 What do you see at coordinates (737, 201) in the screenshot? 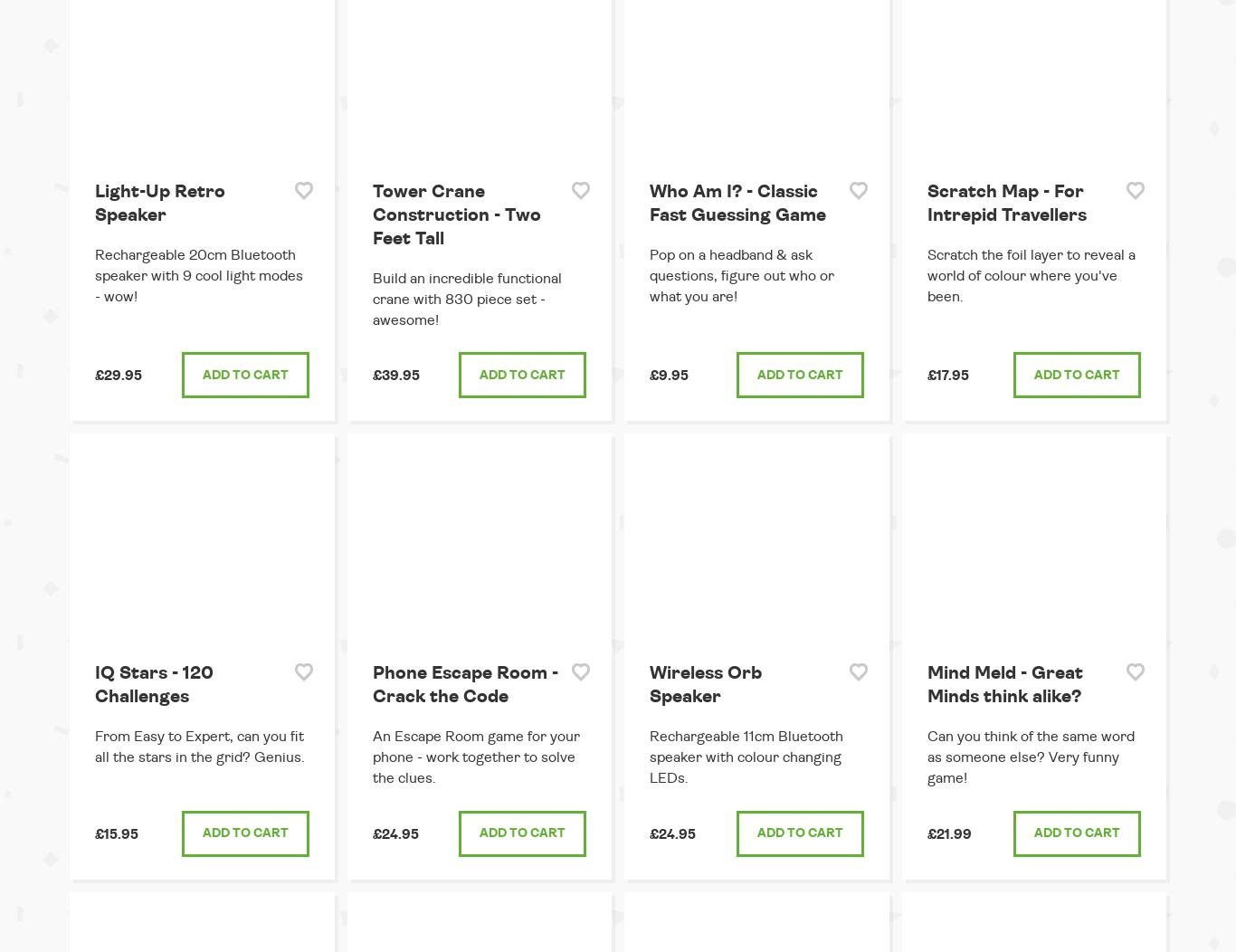
I see `'Who Am I? - Classic Fast Guessing Game'` at bounding box center [737, 201].